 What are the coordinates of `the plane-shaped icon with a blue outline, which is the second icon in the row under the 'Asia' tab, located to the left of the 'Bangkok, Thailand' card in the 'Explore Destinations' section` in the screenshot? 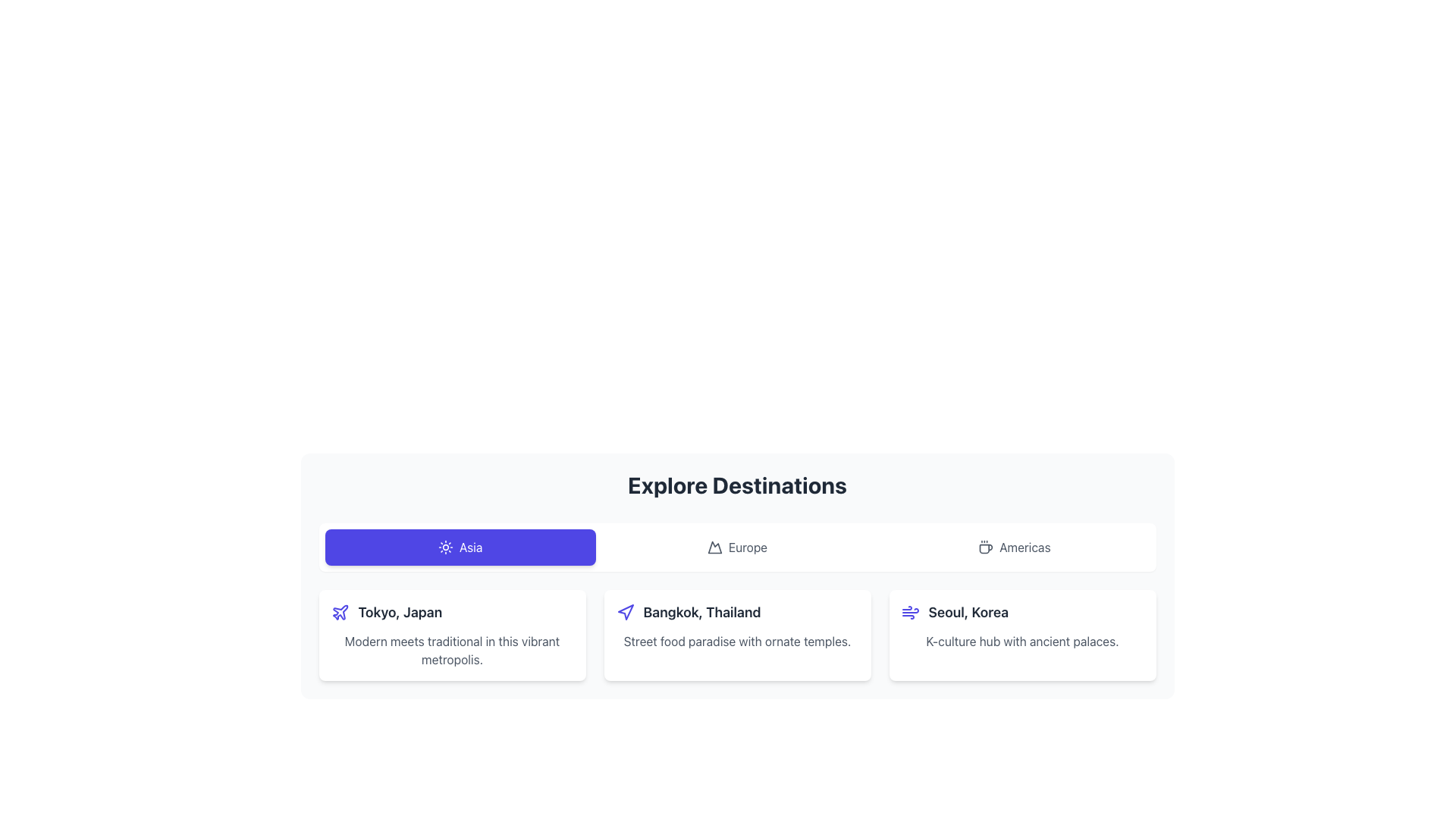 It's located at (339, 611).